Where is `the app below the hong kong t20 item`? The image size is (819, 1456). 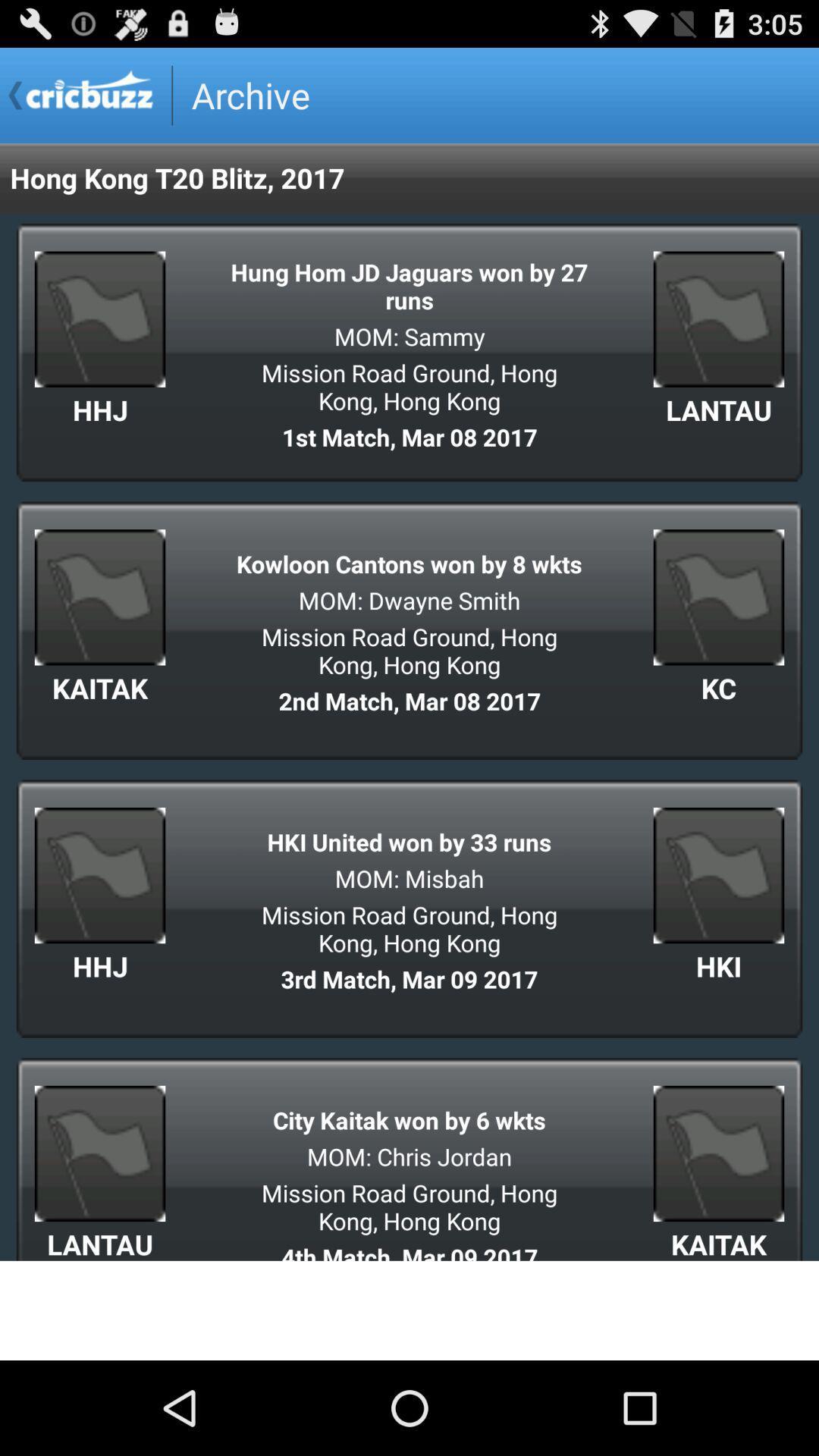 the app below the hong kong t20 item is located at coordinates (409, 286).